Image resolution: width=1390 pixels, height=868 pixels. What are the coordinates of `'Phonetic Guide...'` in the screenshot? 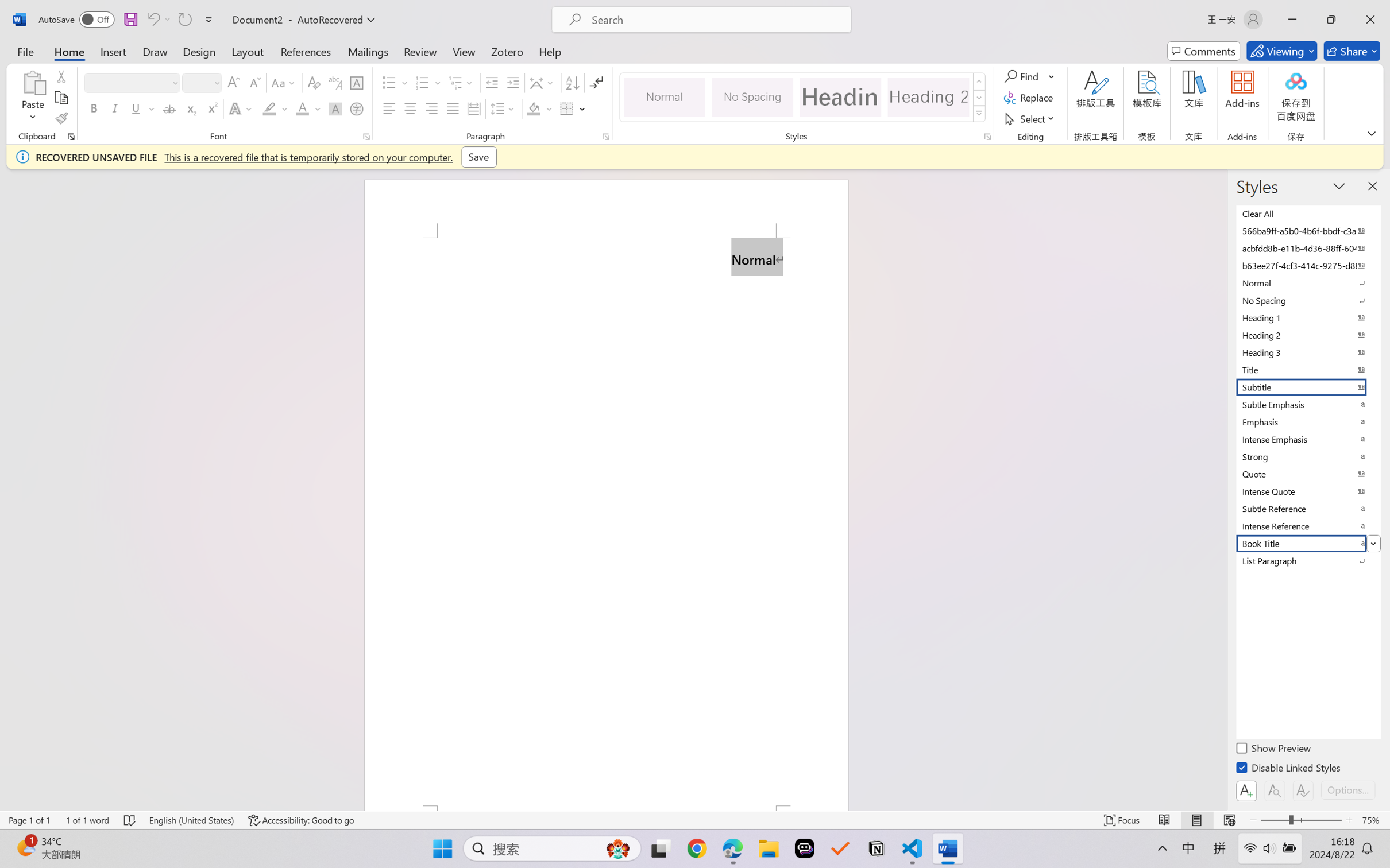 It's located at (334, 83).